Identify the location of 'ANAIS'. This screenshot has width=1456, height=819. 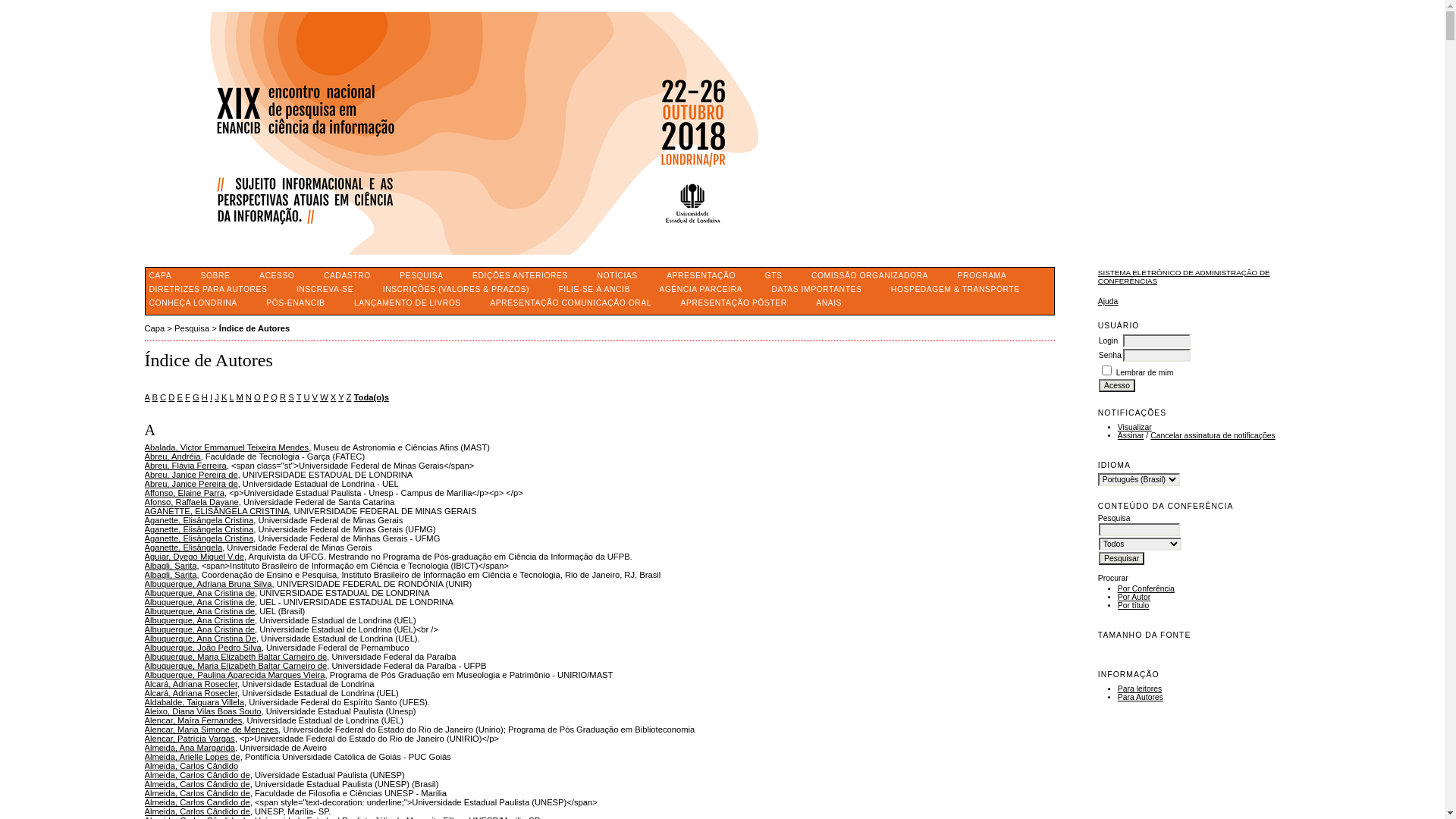
(828, 303).